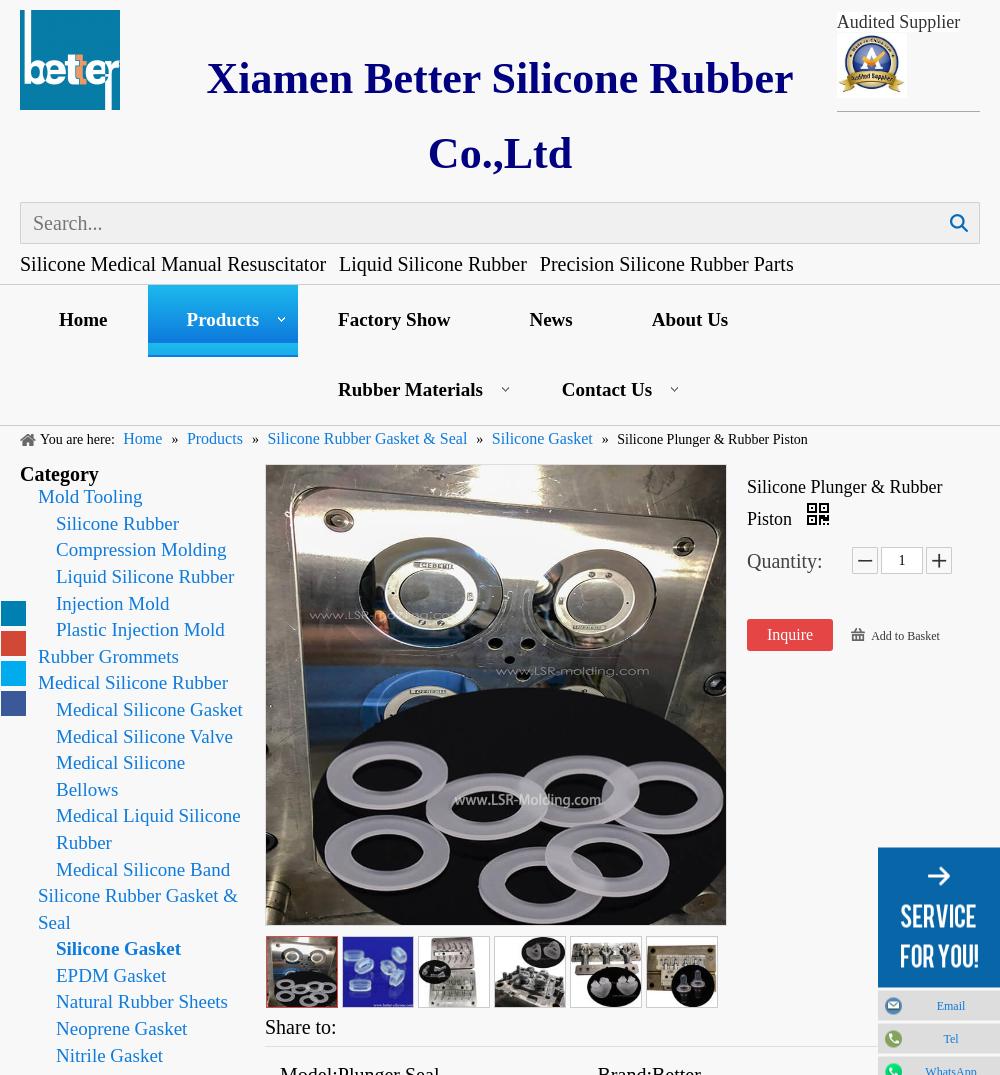 The height and width of the screenshot is (1075, 1000). I want to click on 'Search', so click(909, 221).